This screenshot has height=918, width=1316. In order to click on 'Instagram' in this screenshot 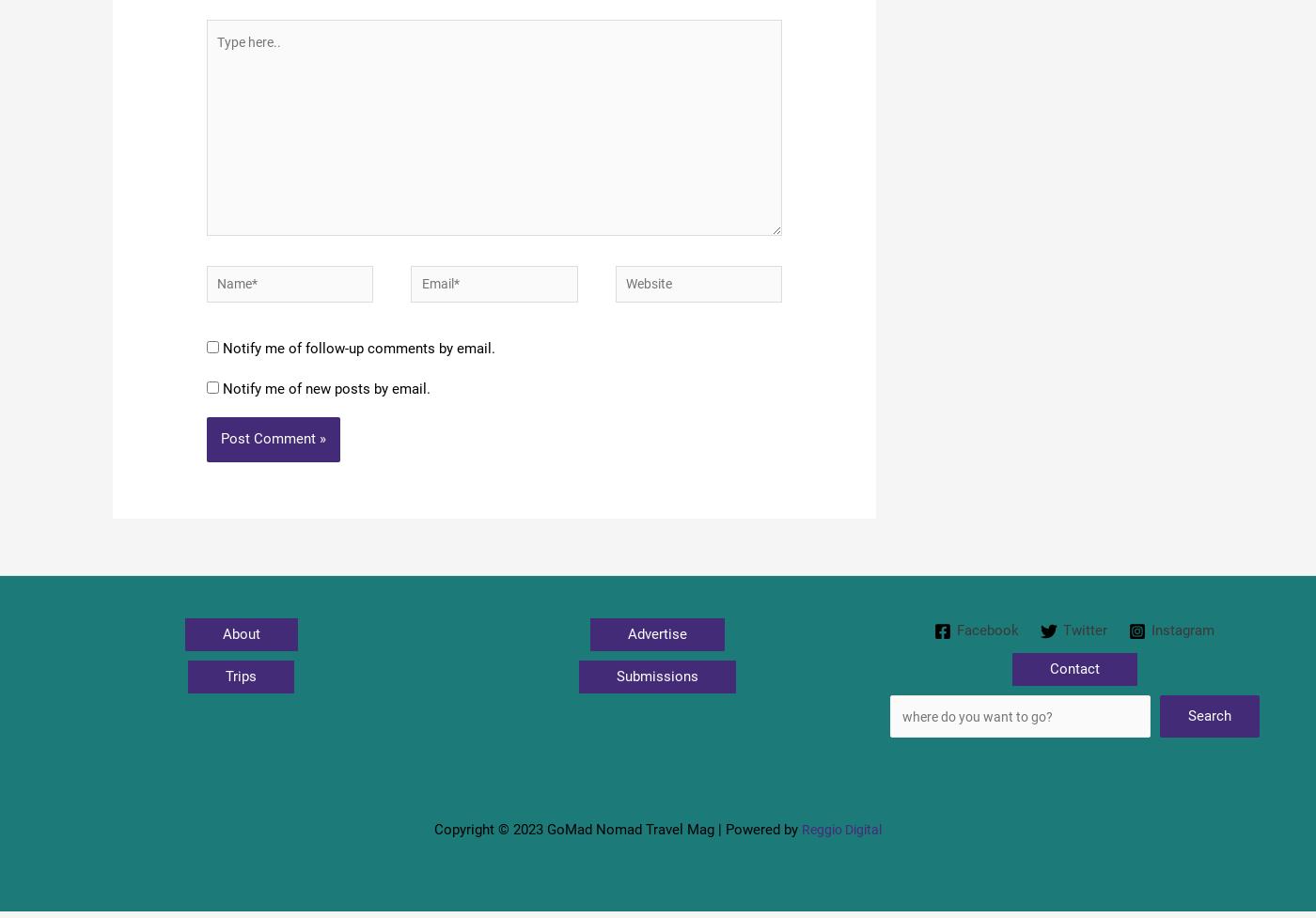, I will do `click(1183, 647)`.